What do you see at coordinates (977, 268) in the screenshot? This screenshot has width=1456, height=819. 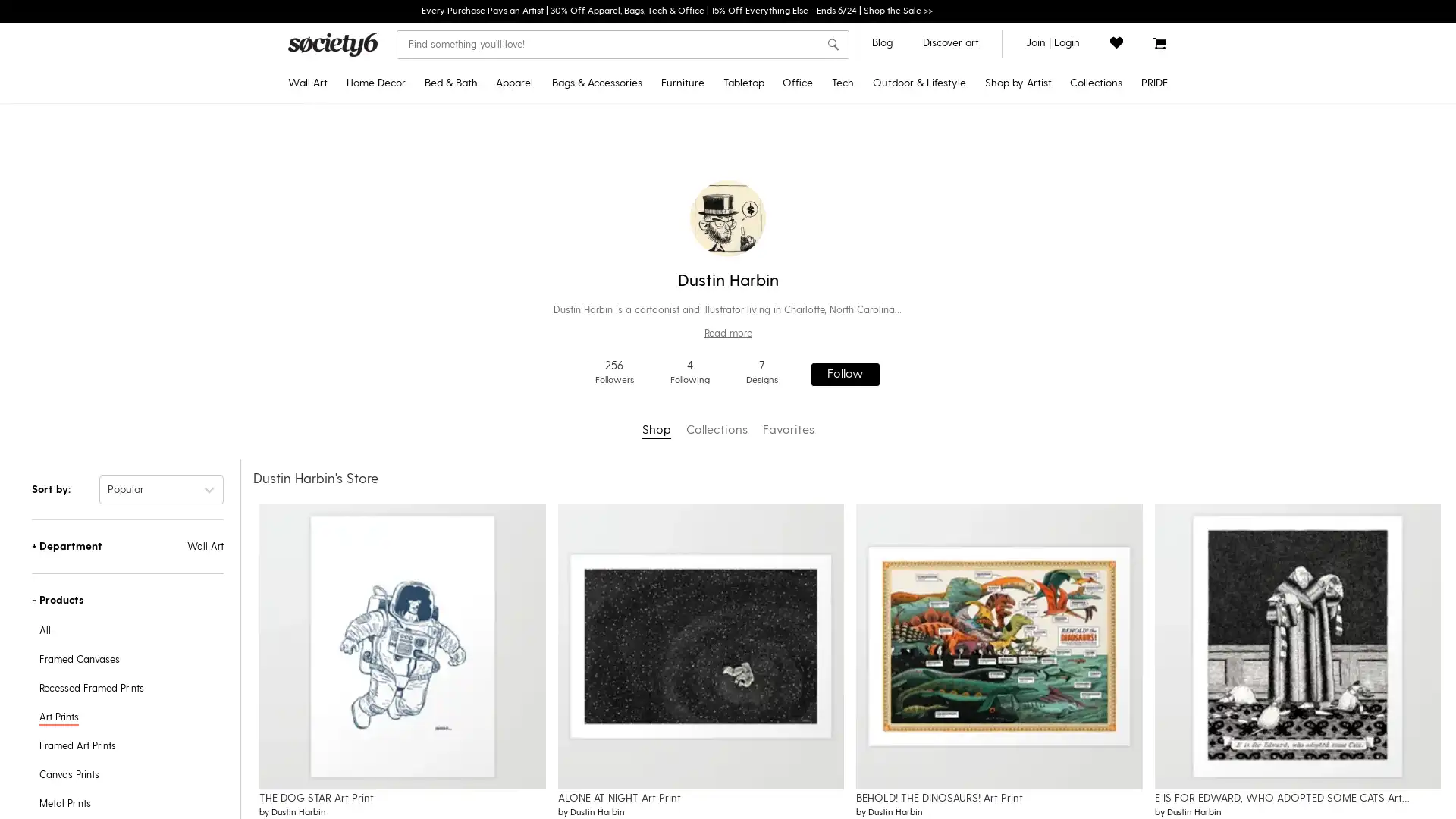 I see `Support Ukrainian Artists` at bounding box center [977, 268].